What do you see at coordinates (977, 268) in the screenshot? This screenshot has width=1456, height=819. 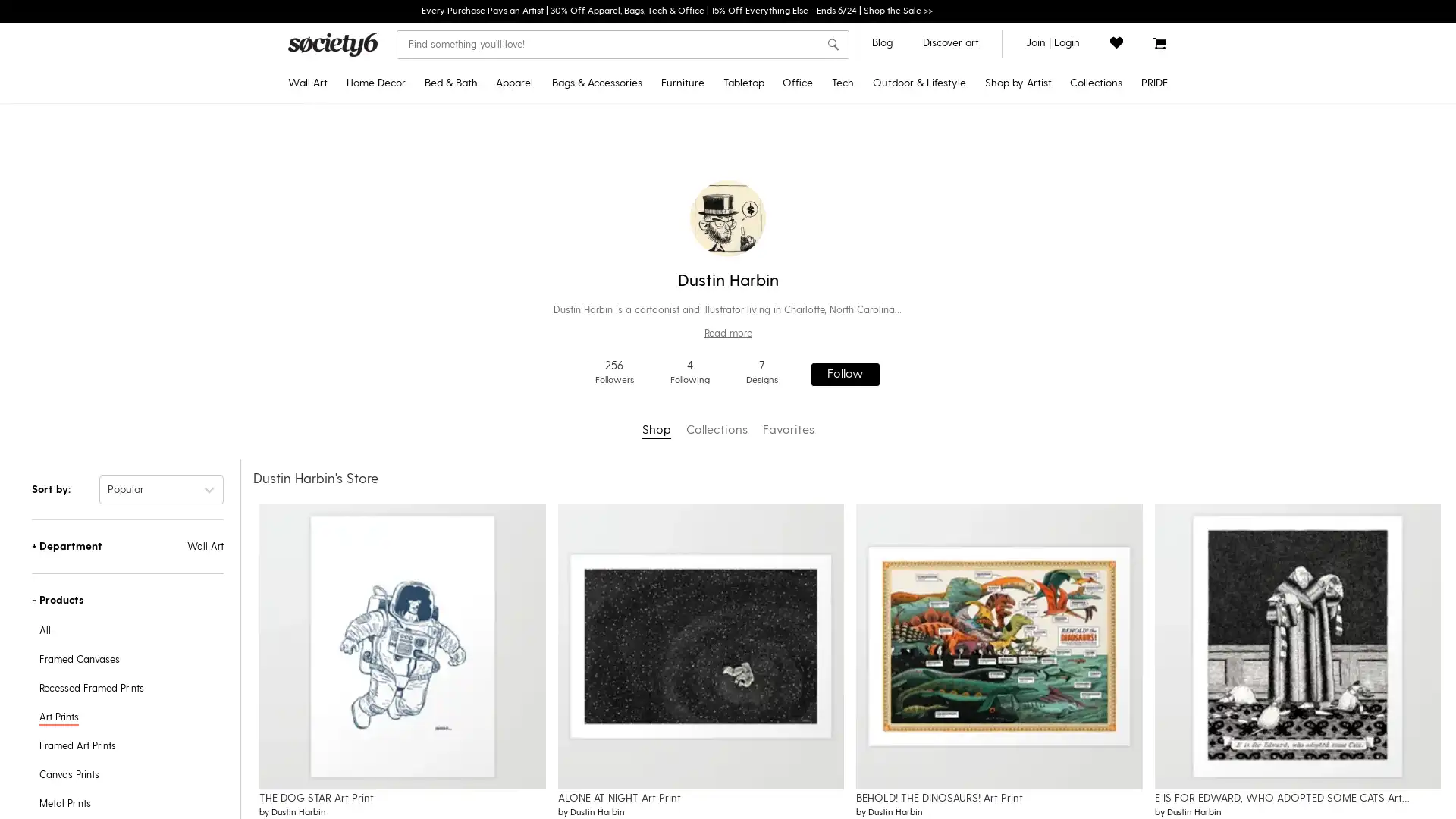 I see `Support Ukrainian Artists` at bounding box center [977, 268].